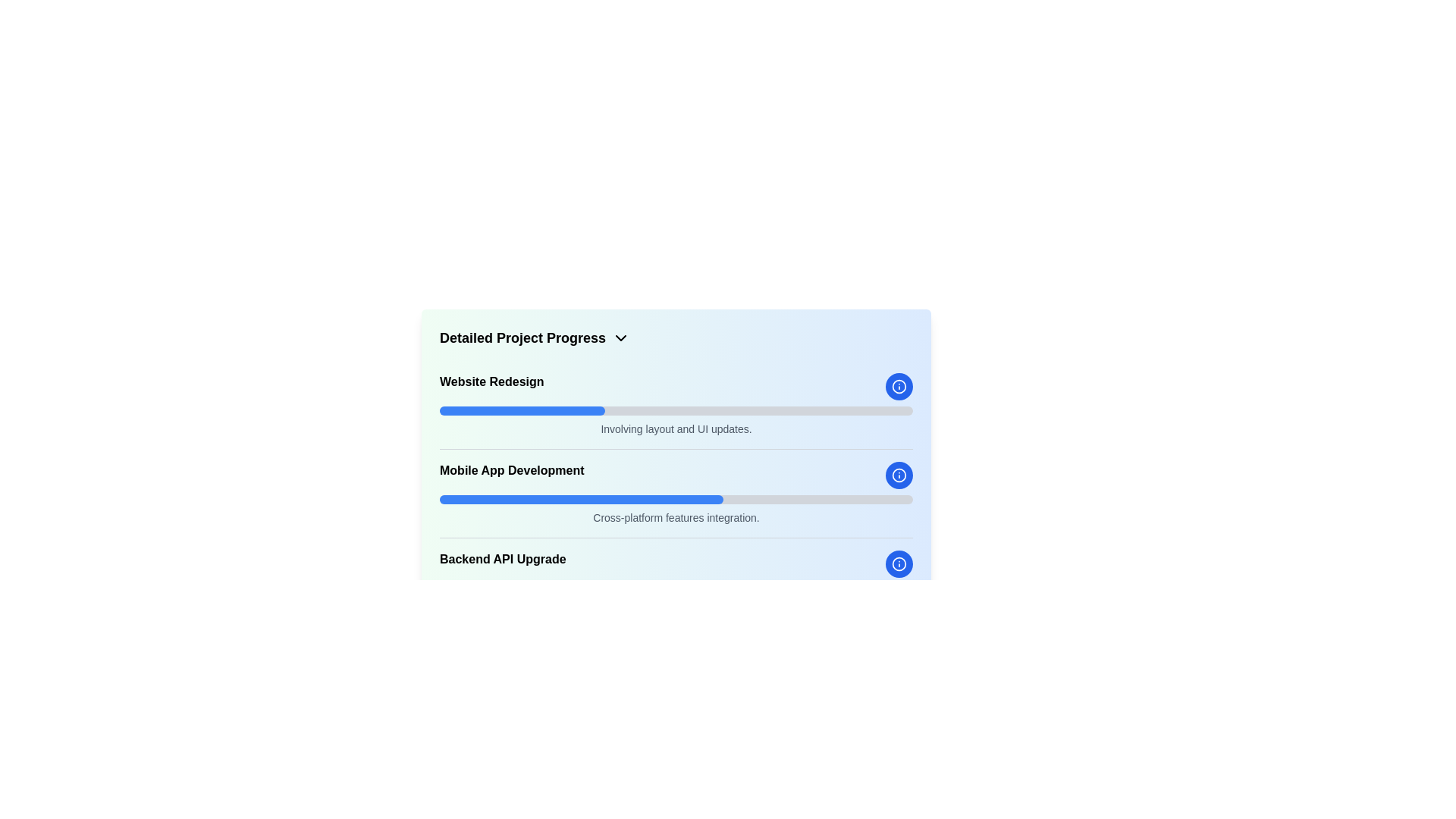  Describe the element at coordinates (856, 500) in the screenshot. I see `progress bar value` at that location.